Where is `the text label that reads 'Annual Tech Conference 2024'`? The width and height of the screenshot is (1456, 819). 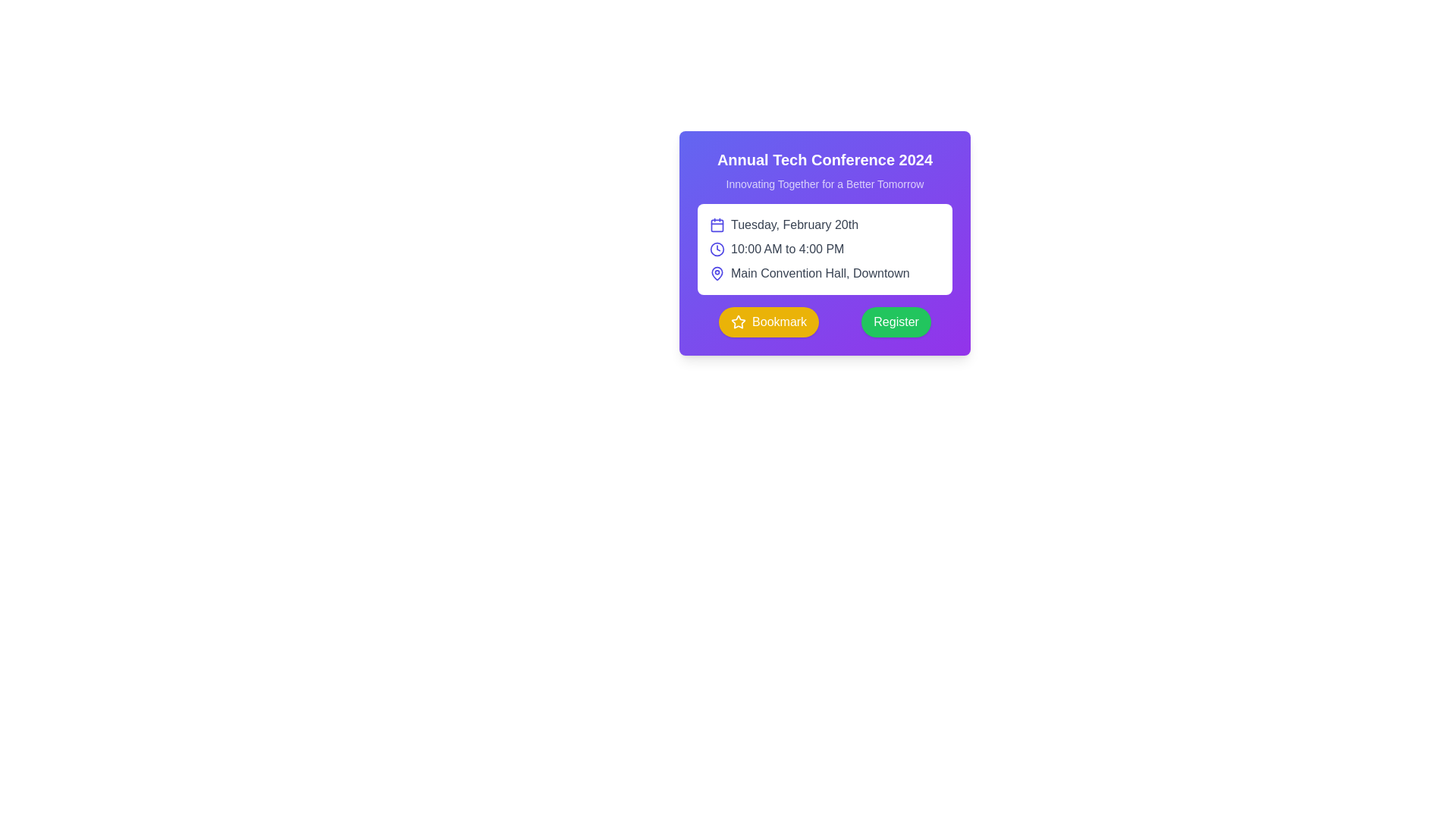 the text label that reads 'Annual Tech Conference 2024' is located at coordinates (824, 160).